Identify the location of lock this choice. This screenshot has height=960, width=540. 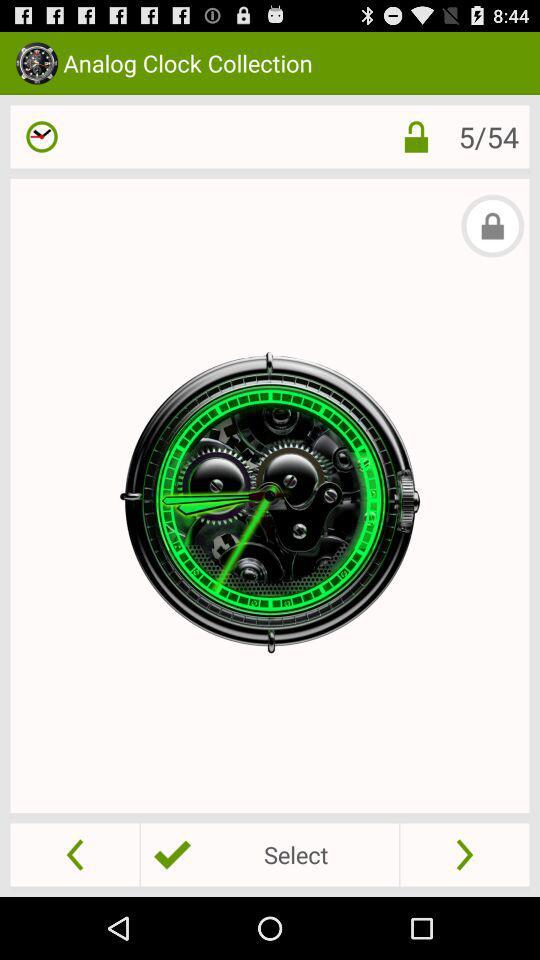
(415, 135).